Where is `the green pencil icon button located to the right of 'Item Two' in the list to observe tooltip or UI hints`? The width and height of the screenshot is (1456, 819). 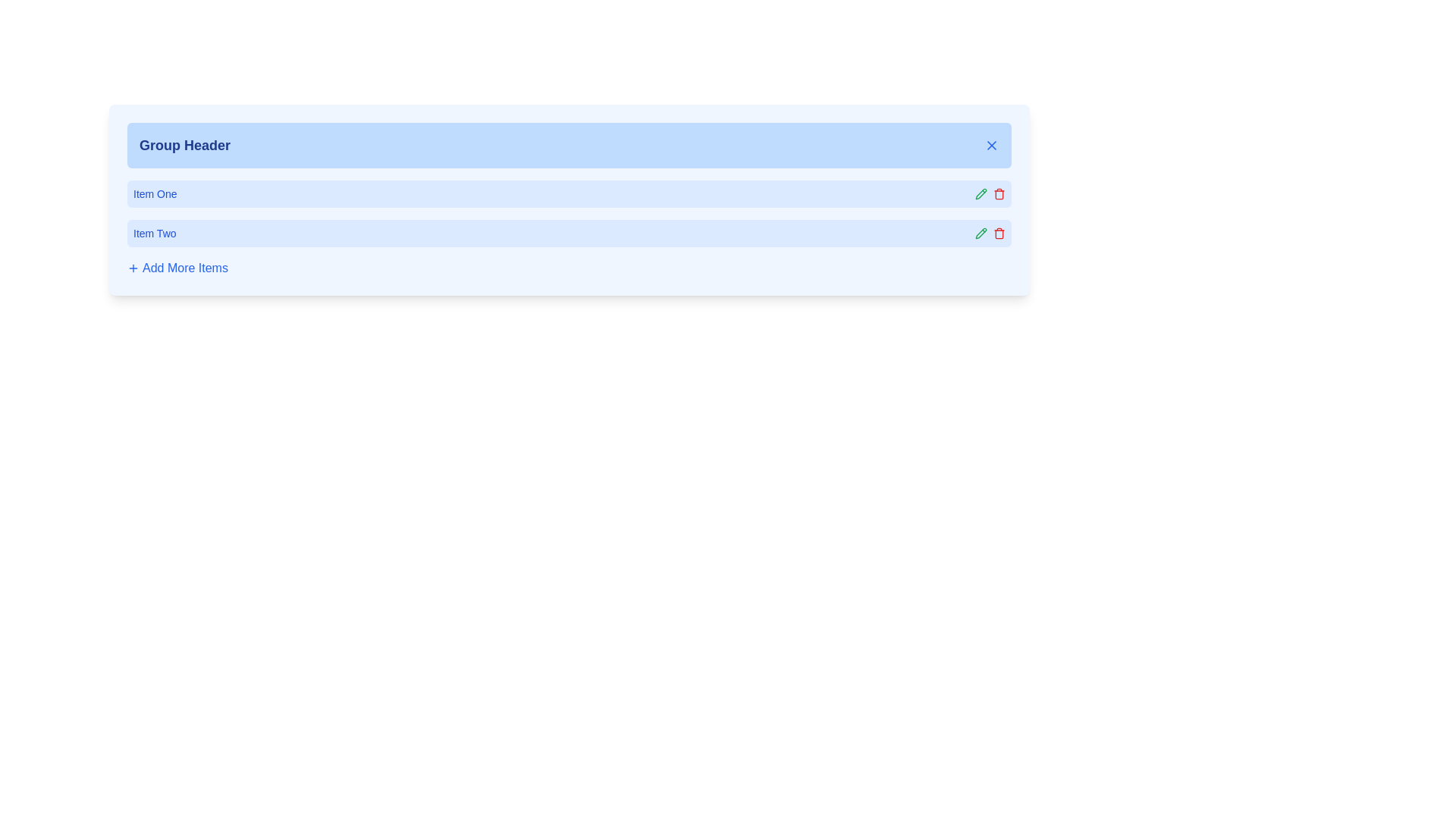
the green pencil icon button located to the right of 'Item Two' in the list to observe tooltip or UI hints is located at coordinates (981, 234).